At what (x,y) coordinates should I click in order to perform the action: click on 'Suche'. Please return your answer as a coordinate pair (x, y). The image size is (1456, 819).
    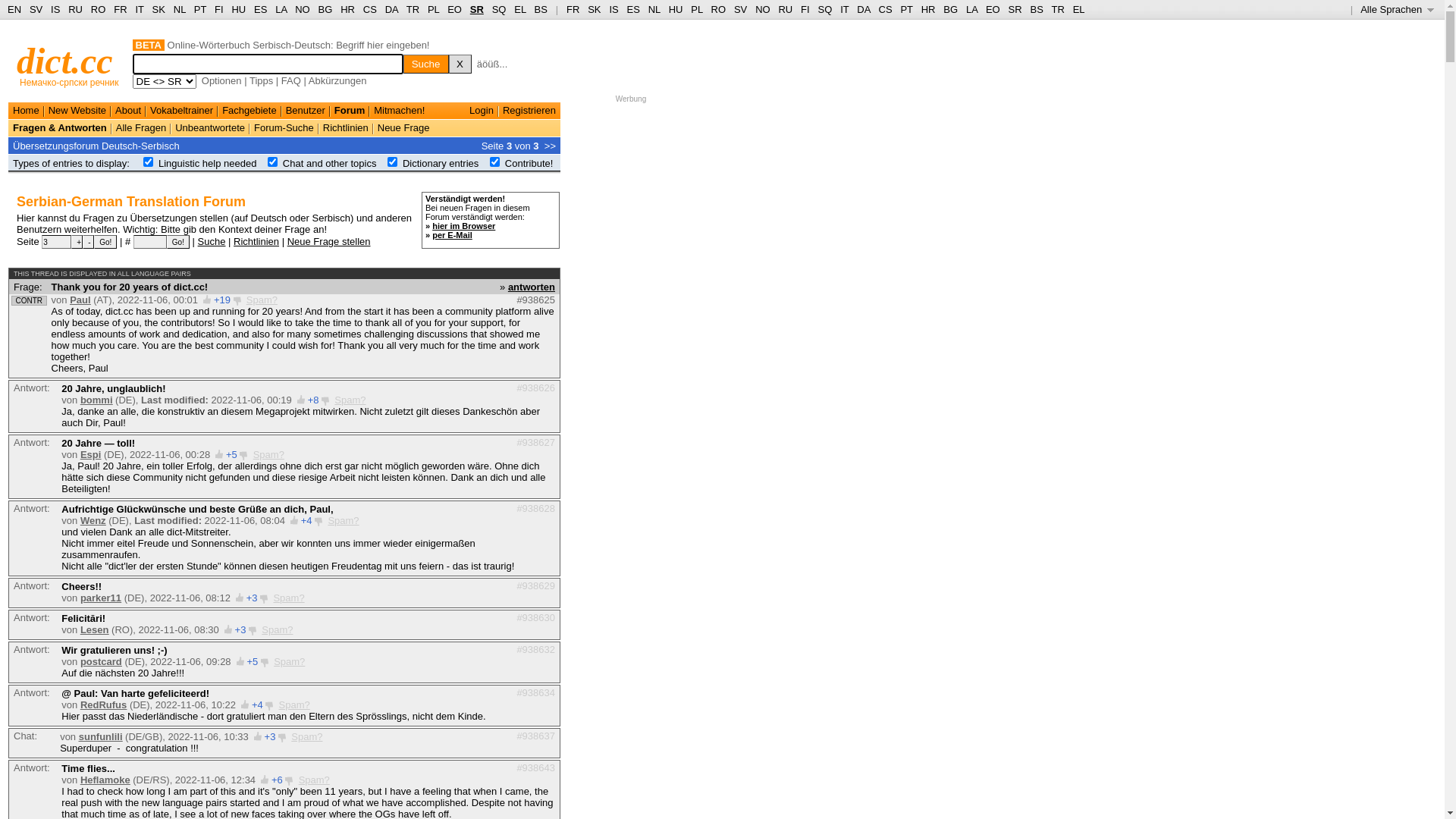
    Looking at the image, I should click on (425, 63).